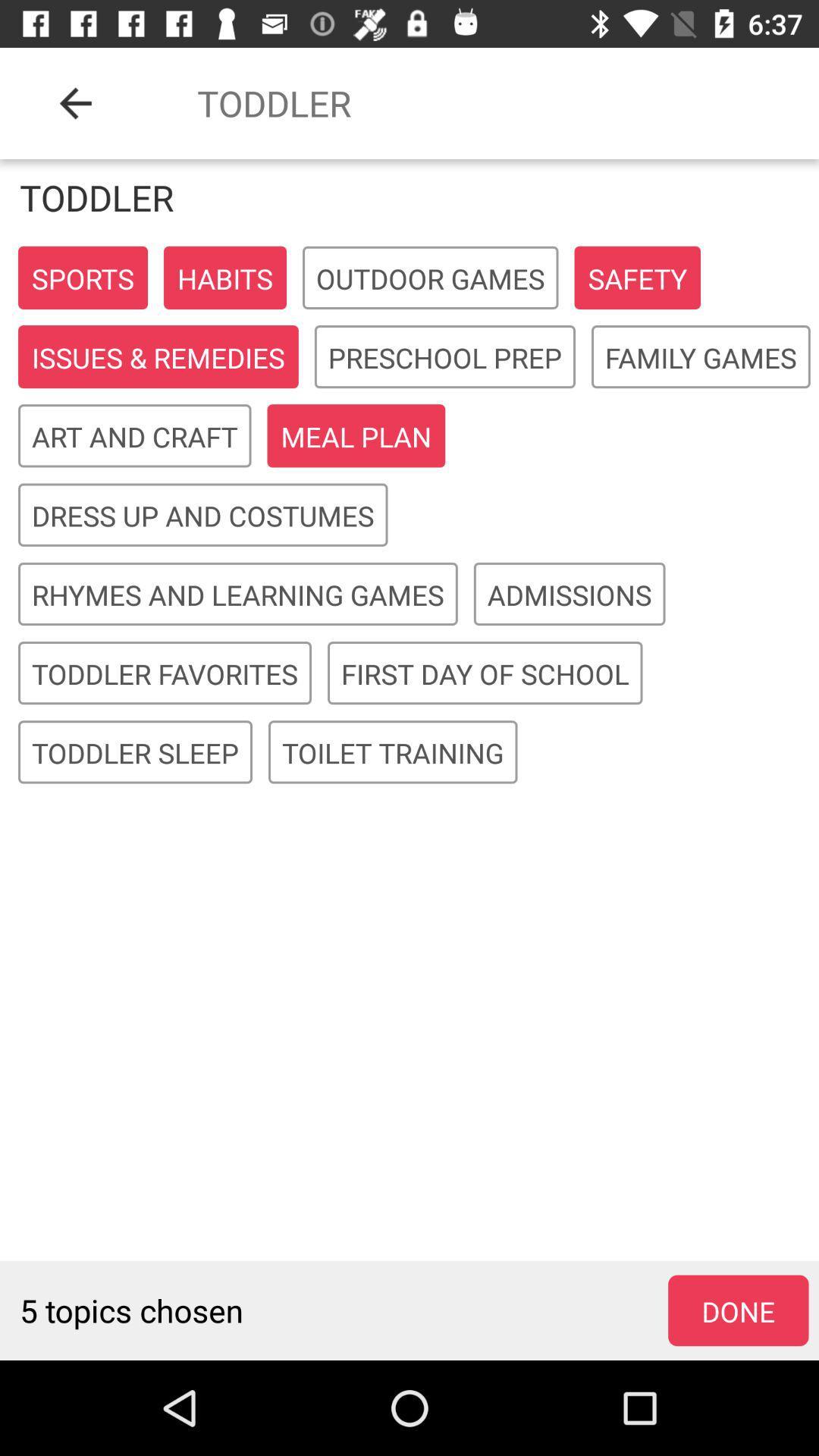 The image size is (819, 1456). Describe the element at coordinates (75, 102) in the screenshot. I see `the previous page` at that location.